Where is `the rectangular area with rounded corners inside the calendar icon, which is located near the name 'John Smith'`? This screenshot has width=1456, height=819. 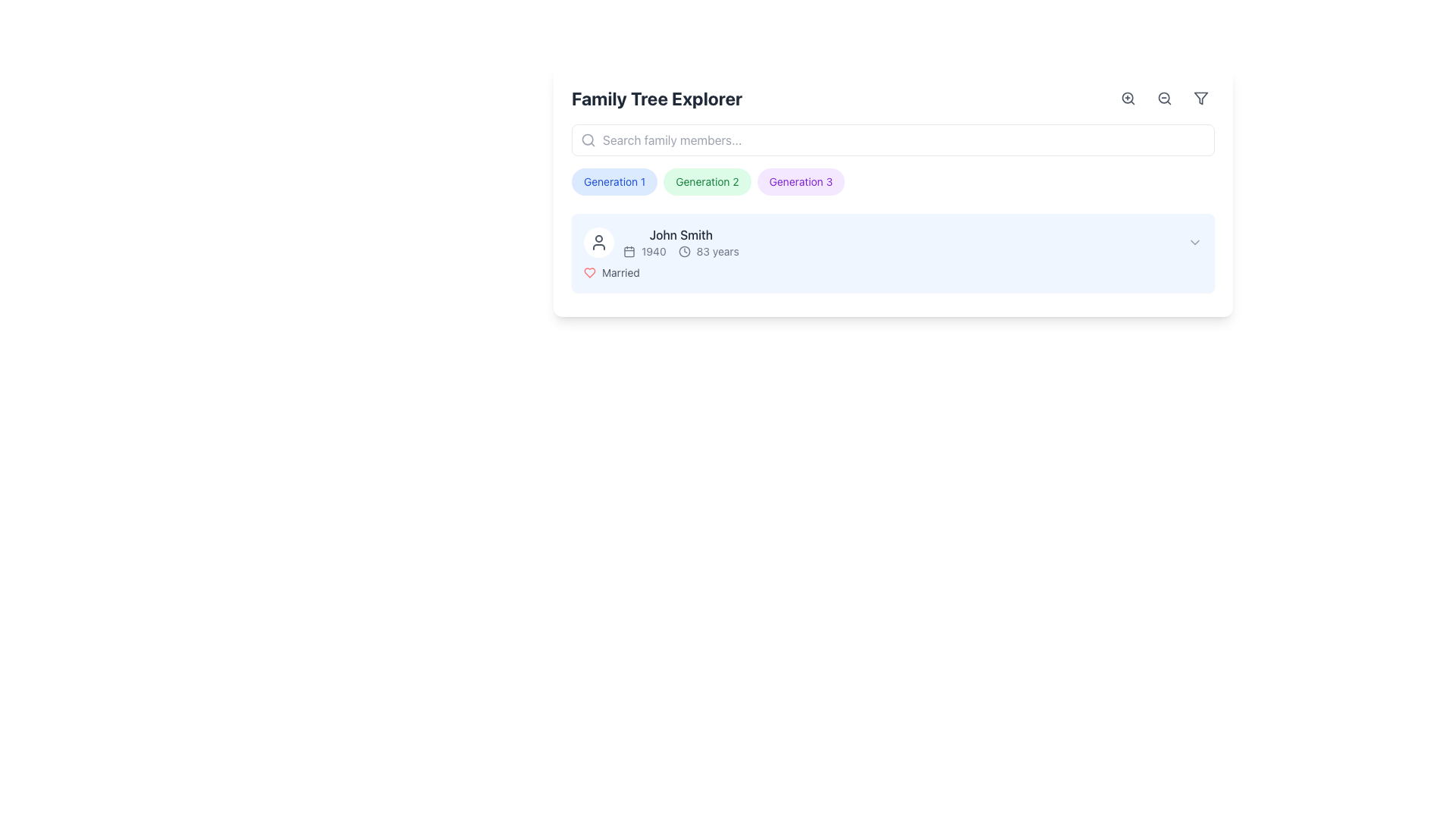
the rectangular area with rounded corners inside the calendar icon, which is located near the name 'John Smith' is located at coordinates (629, 250).